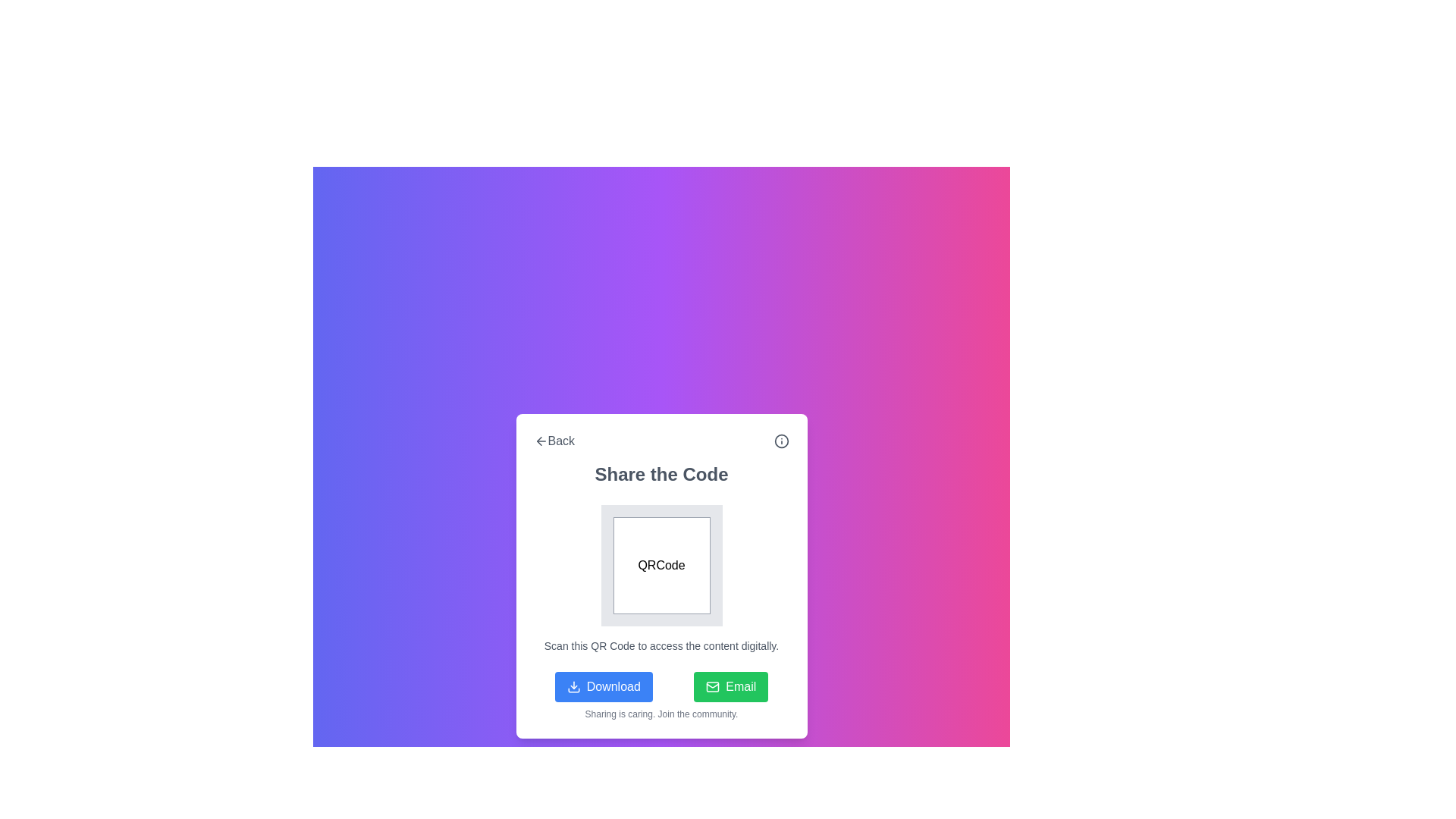 The image size is (1456, 819). I want to click on the download button located in the bottom row of the modal dialog, to the left of the 'Email' button, so click(603, 687).